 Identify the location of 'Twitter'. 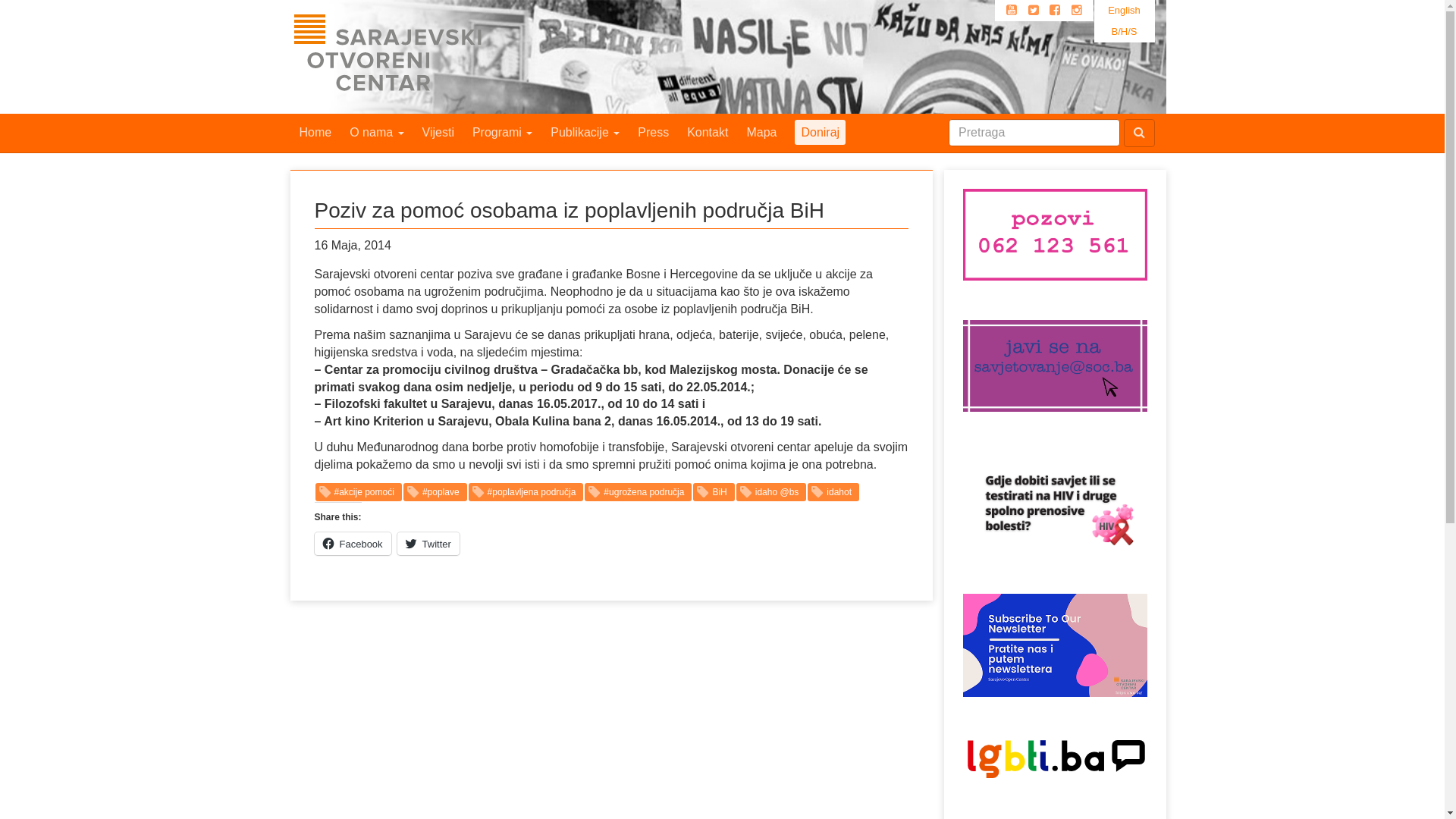
(428, 543).